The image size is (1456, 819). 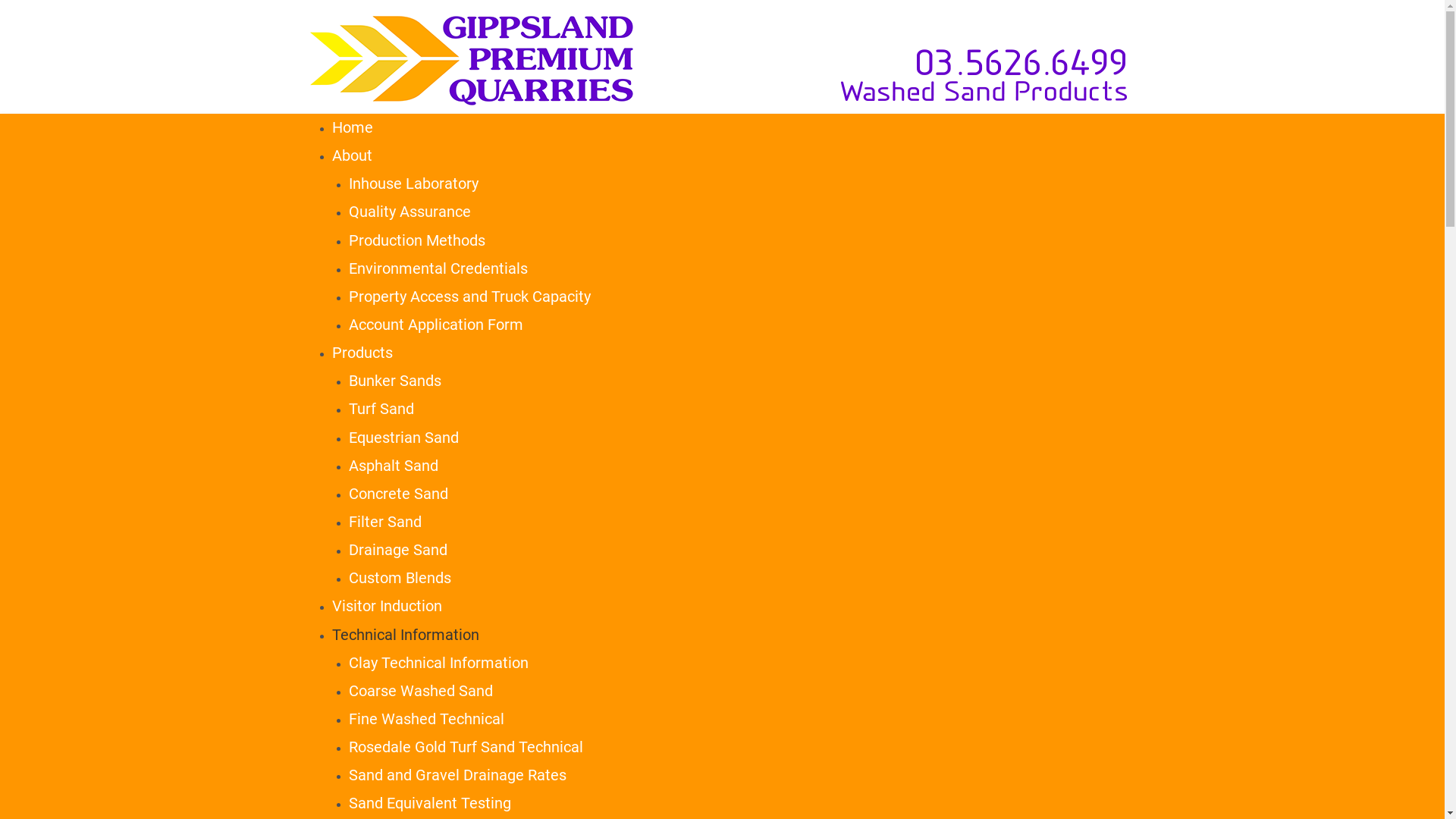 I want to click on 'Filter Sand', so click(x=385, y=520).